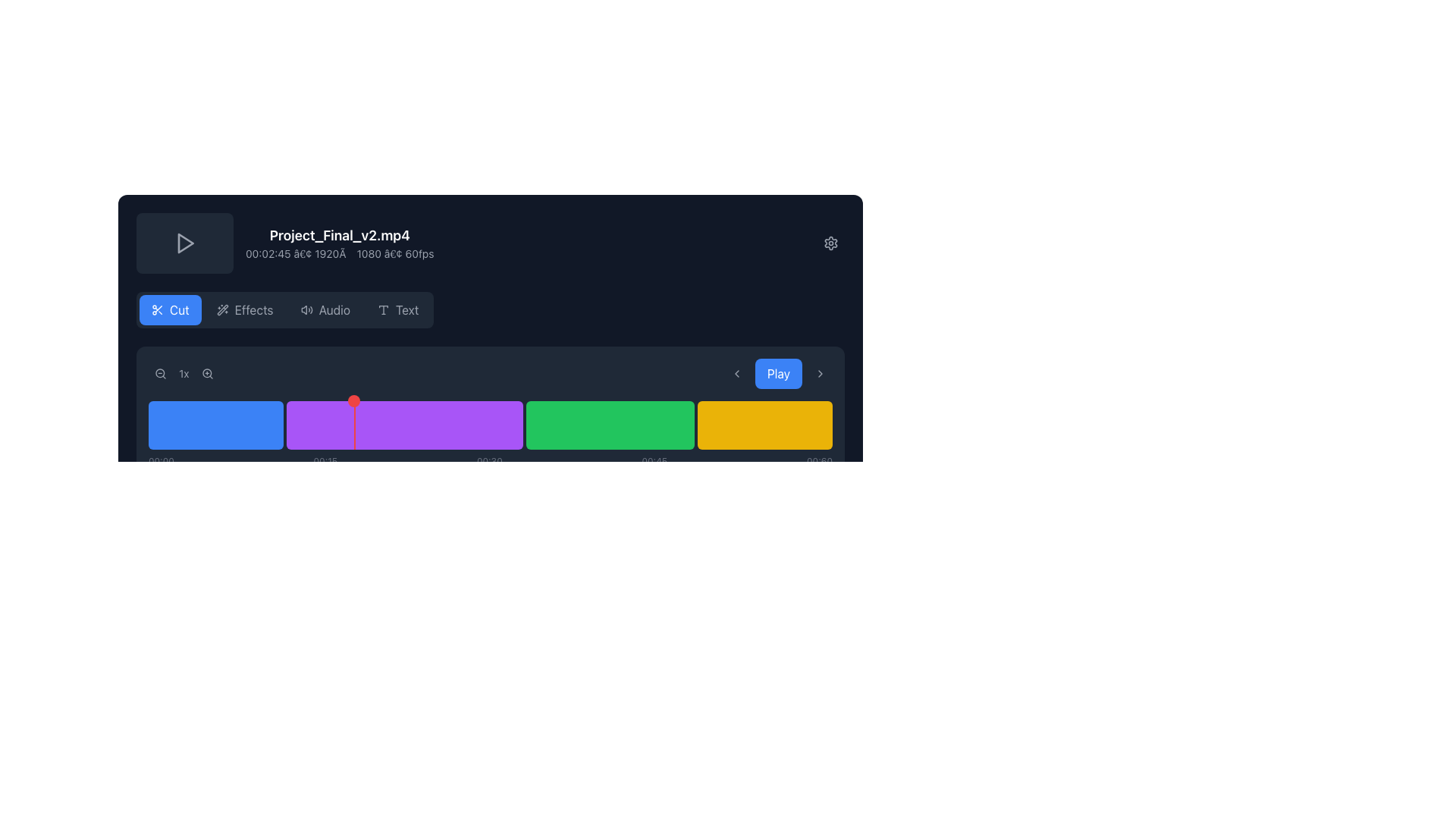 The width and height of the screenshot is (1456, 819). What do you see at coordinates (221, 309) in the screenshot?
I see `the visual design of the Icon located to the left of the 'Effects' text, which enhances the 'Effects' button for graphical enhancements` at bounding box center [221, 309].